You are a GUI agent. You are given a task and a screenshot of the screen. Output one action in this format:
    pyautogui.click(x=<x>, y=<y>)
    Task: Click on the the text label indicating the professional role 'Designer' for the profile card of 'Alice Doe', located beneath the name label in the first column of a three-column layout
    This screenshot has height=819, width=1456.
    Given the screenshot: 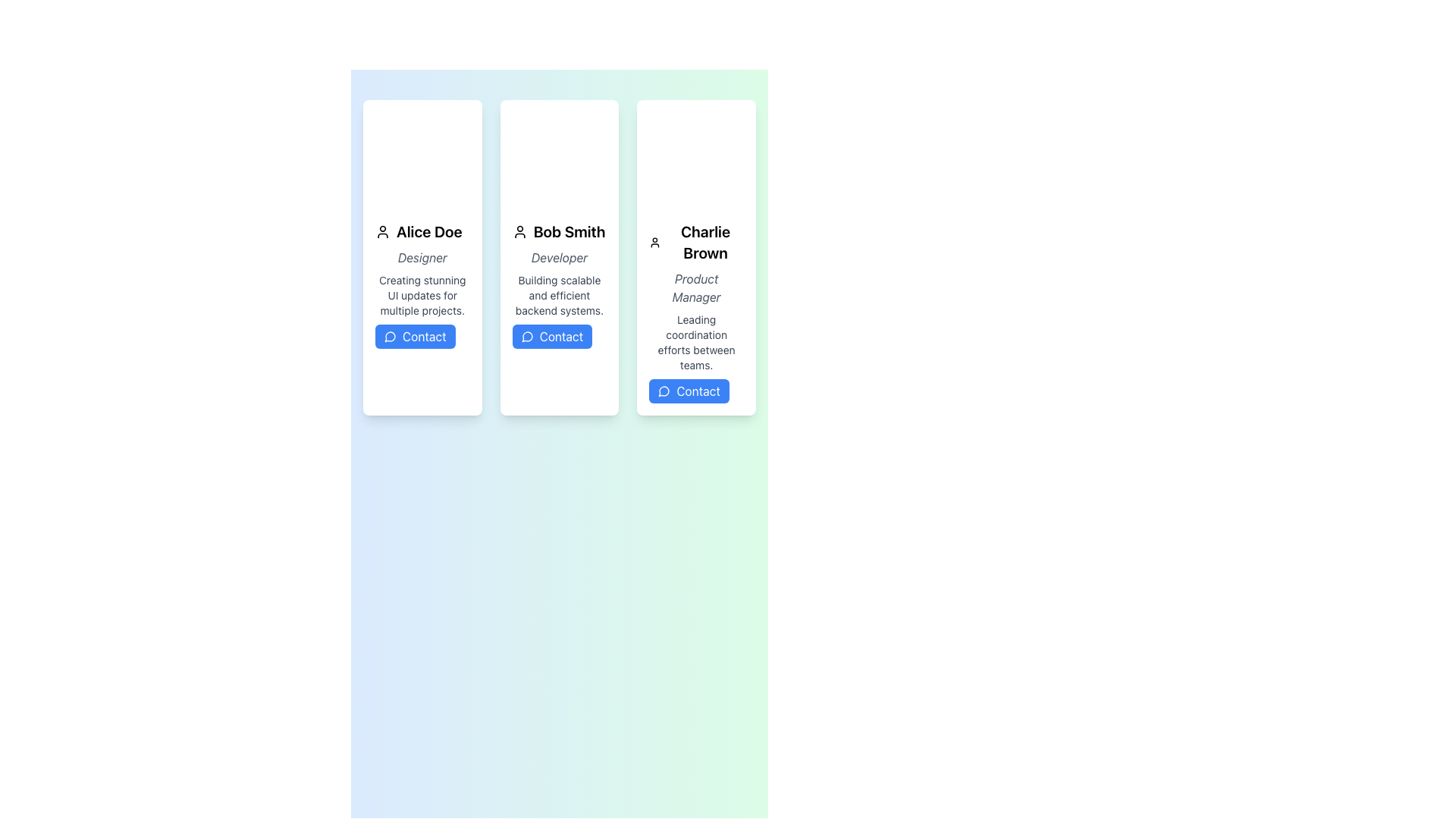 What is the action you would take?
    pyautogui.click(x=422, y=256)
    